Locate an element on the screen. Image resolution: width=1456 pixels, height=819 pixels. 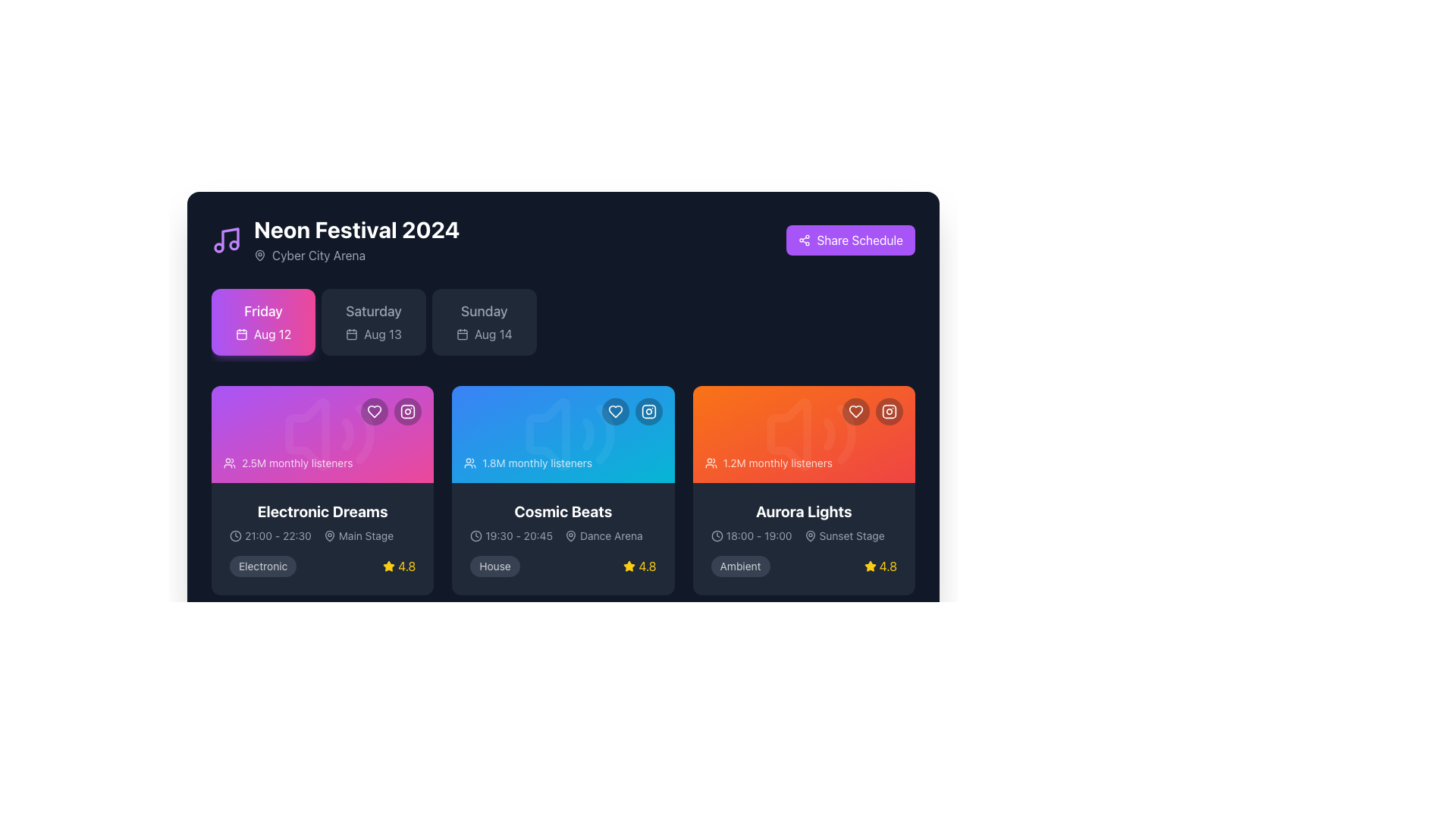
the first circular button with a gray-transparent background and a white outlined heart icon located at the top-right corner of the blue 'Cosmic Beats' card is located at coordinates (615, 412).